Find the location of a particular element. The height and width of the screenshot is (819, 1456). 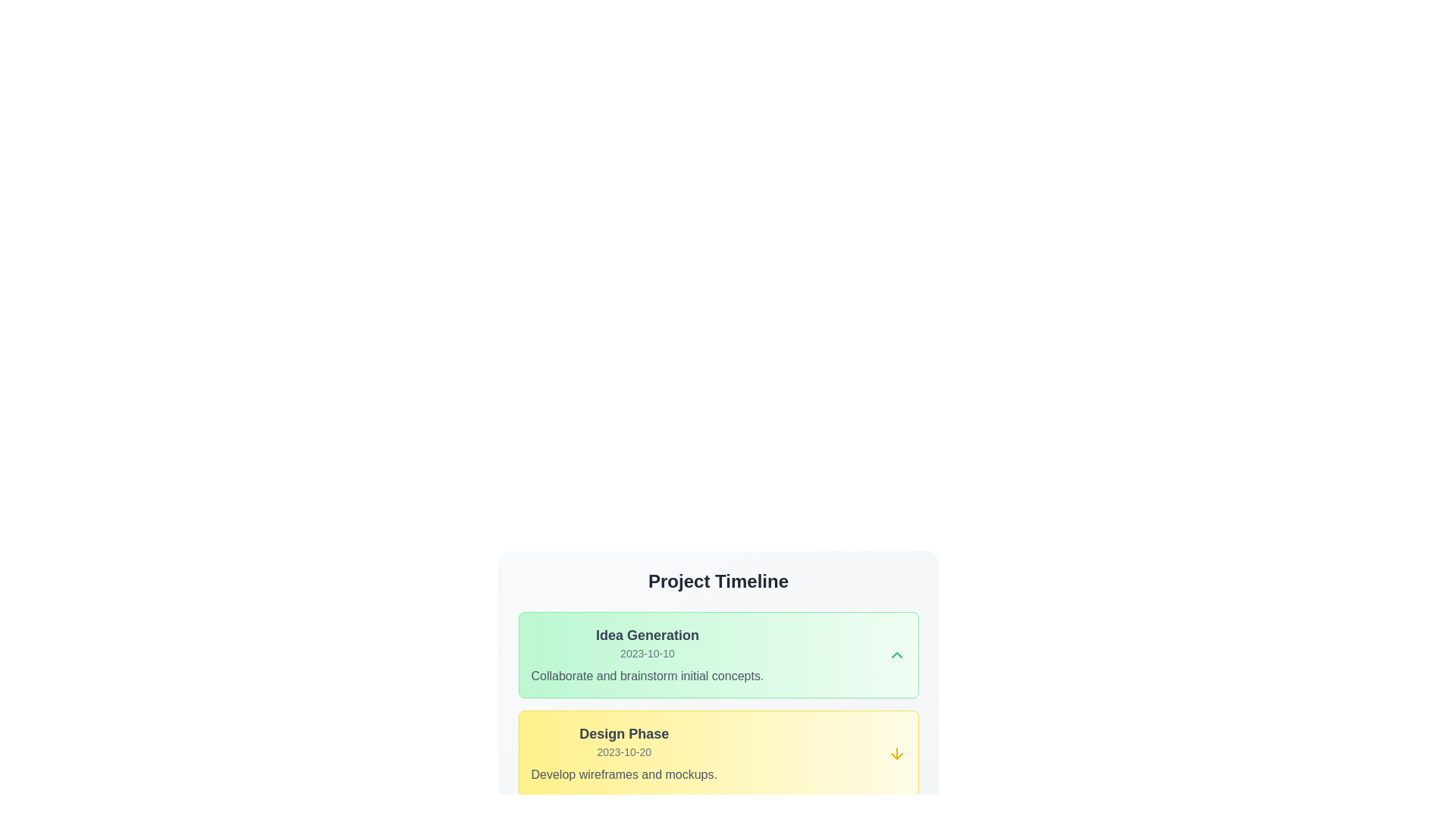

the icon located to the far right within the 'Design Phase' section of the Project Timeline card is located at coordinates (896, 754).